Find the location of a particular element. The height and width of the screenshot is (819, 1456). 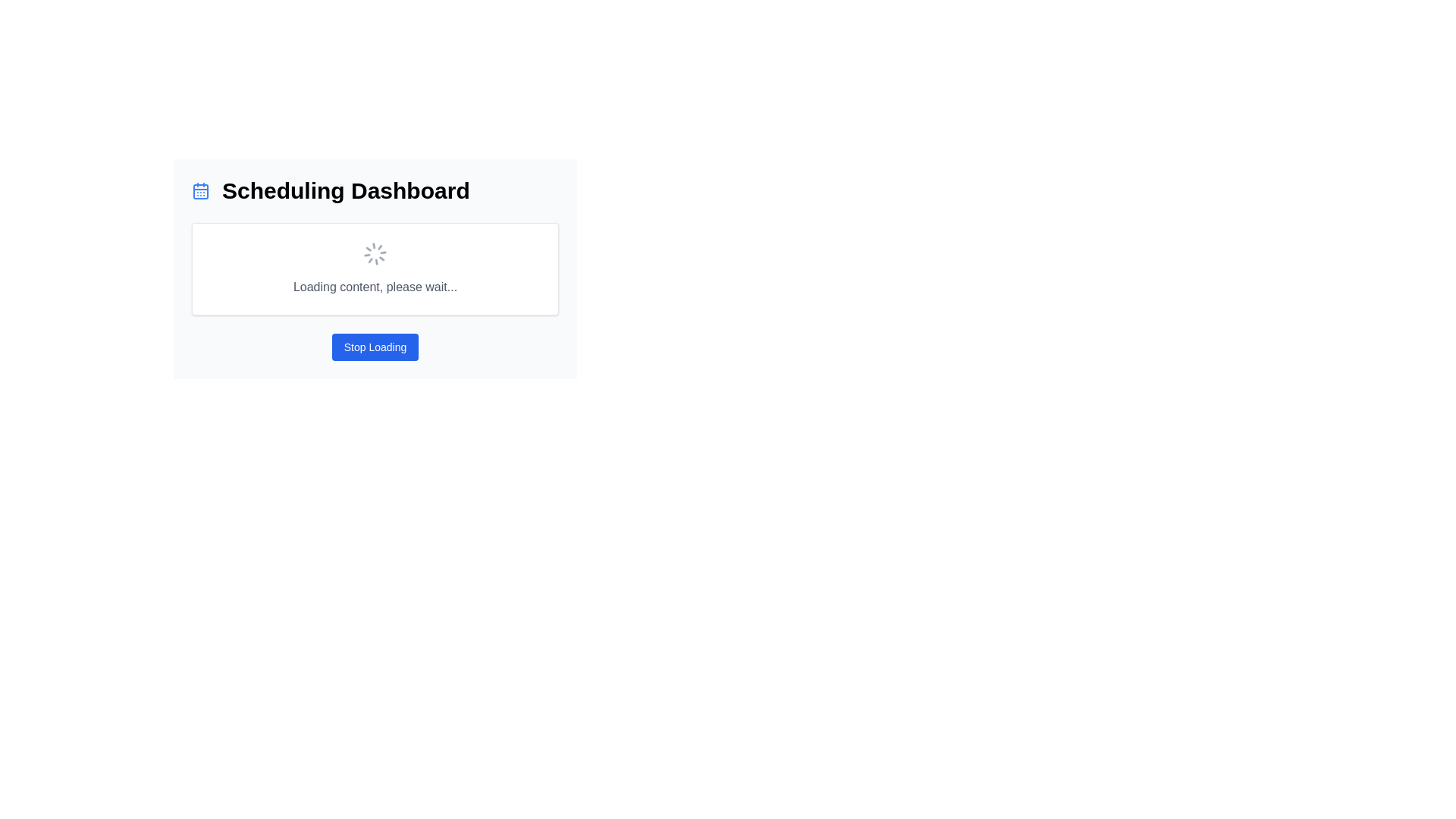

the 'Stop Loading' button, which has a blue background and white text is located at coordinates (375, 347).